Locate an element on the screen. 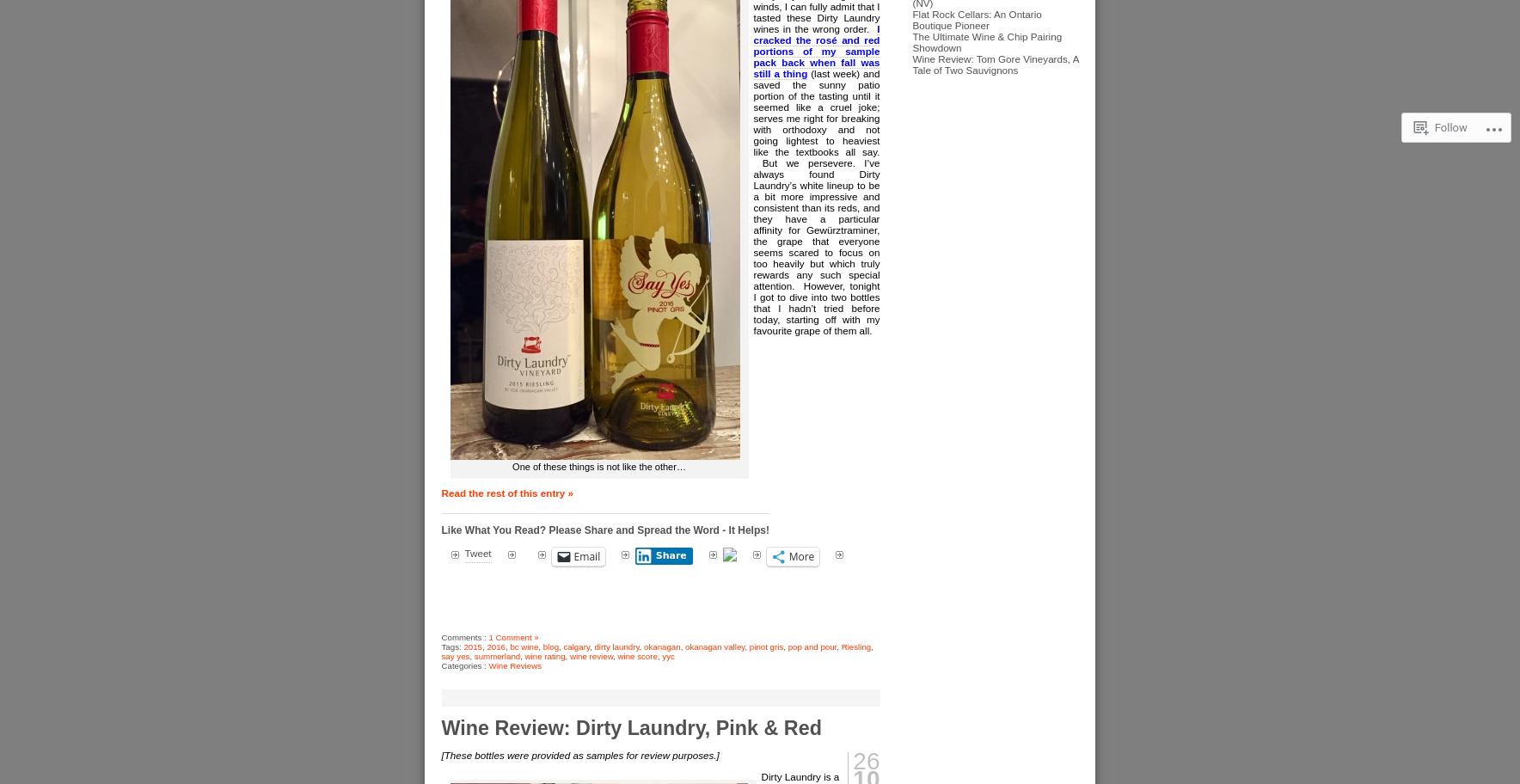 This screenshot has height=784, width=1520. '2016' is located at coordinates (485, 646).